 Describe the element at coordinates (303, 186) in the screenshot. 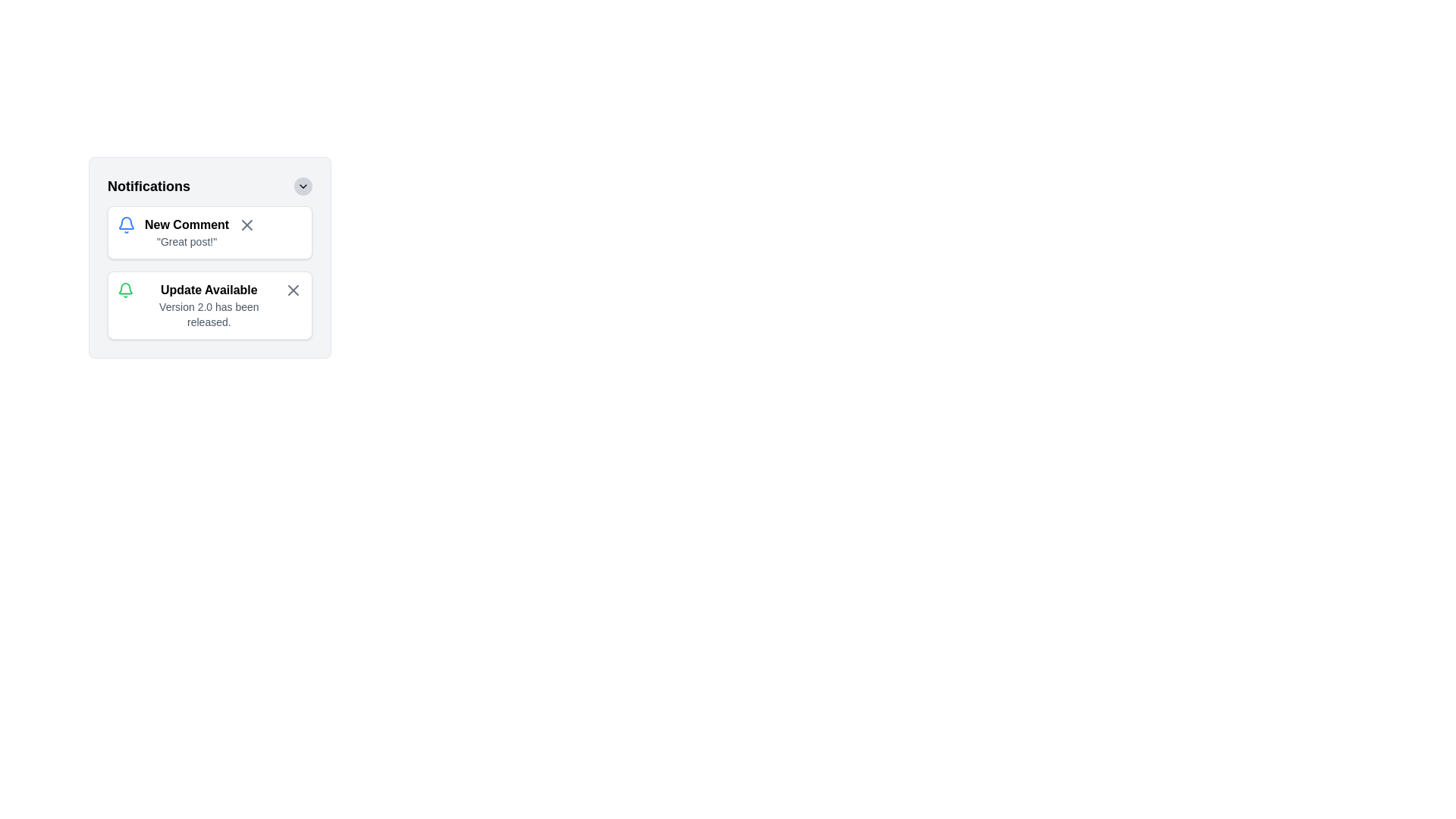

I see `the chevron-shaped icon pointing downward located in the rounded button at the top-right corner of the notification panel` at that location.